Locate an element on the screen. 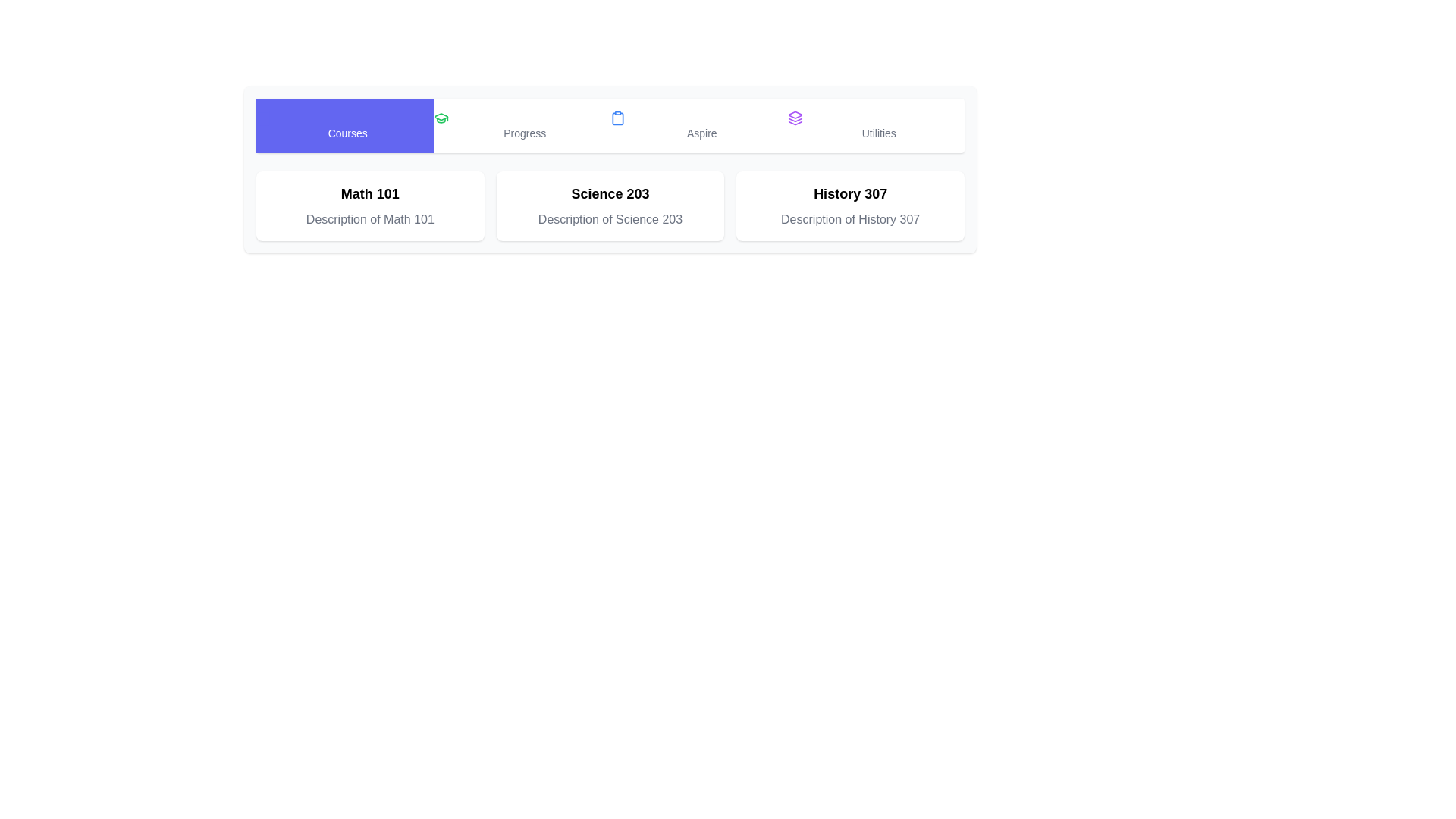  the purple SVG icon in the Utilities navigation menu is located at coordinates (794, 117).